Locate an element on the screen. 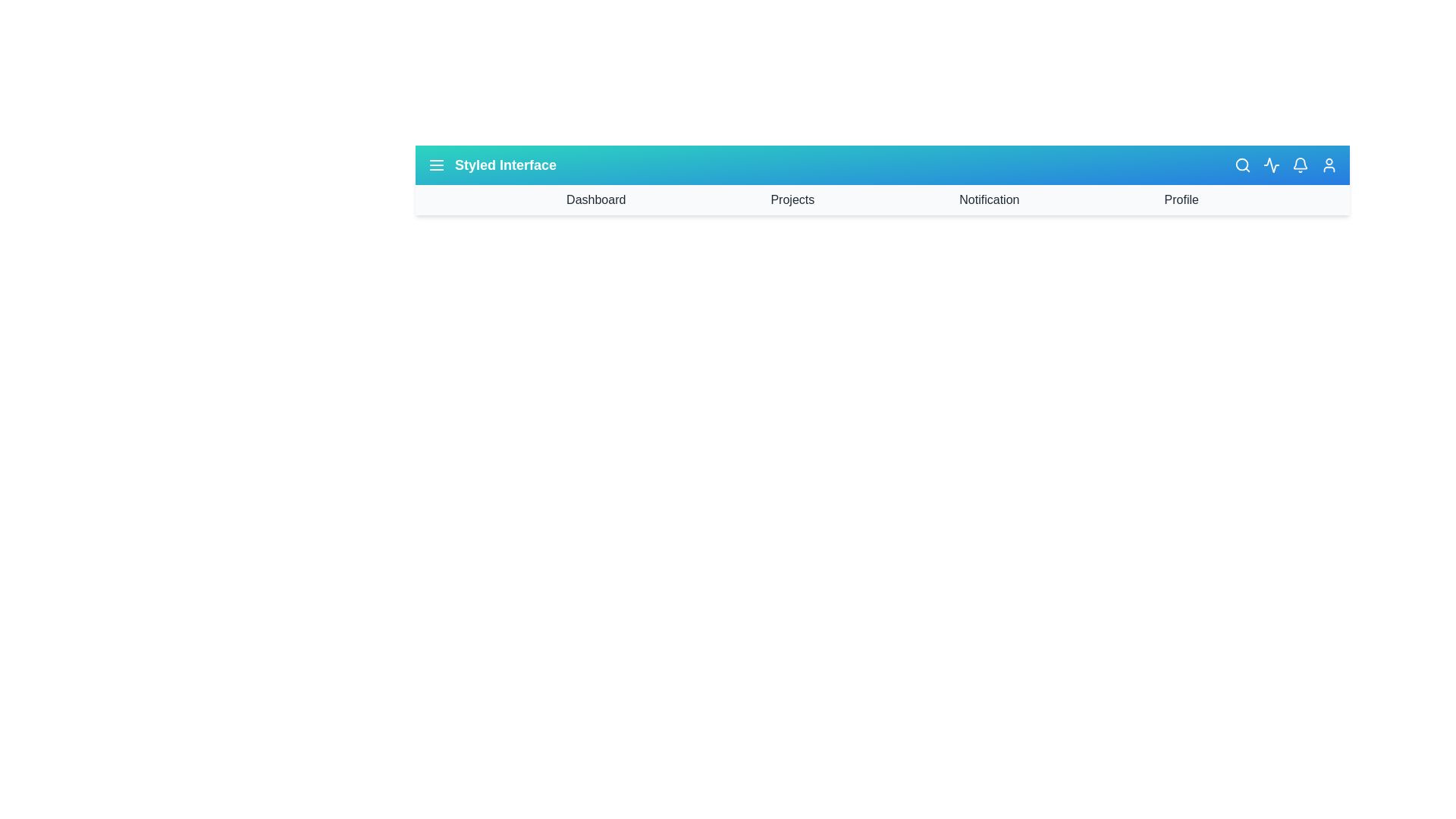 This screenshot has width=1456, height=819. the search icon in the header is located at coordinates (1242, 165).